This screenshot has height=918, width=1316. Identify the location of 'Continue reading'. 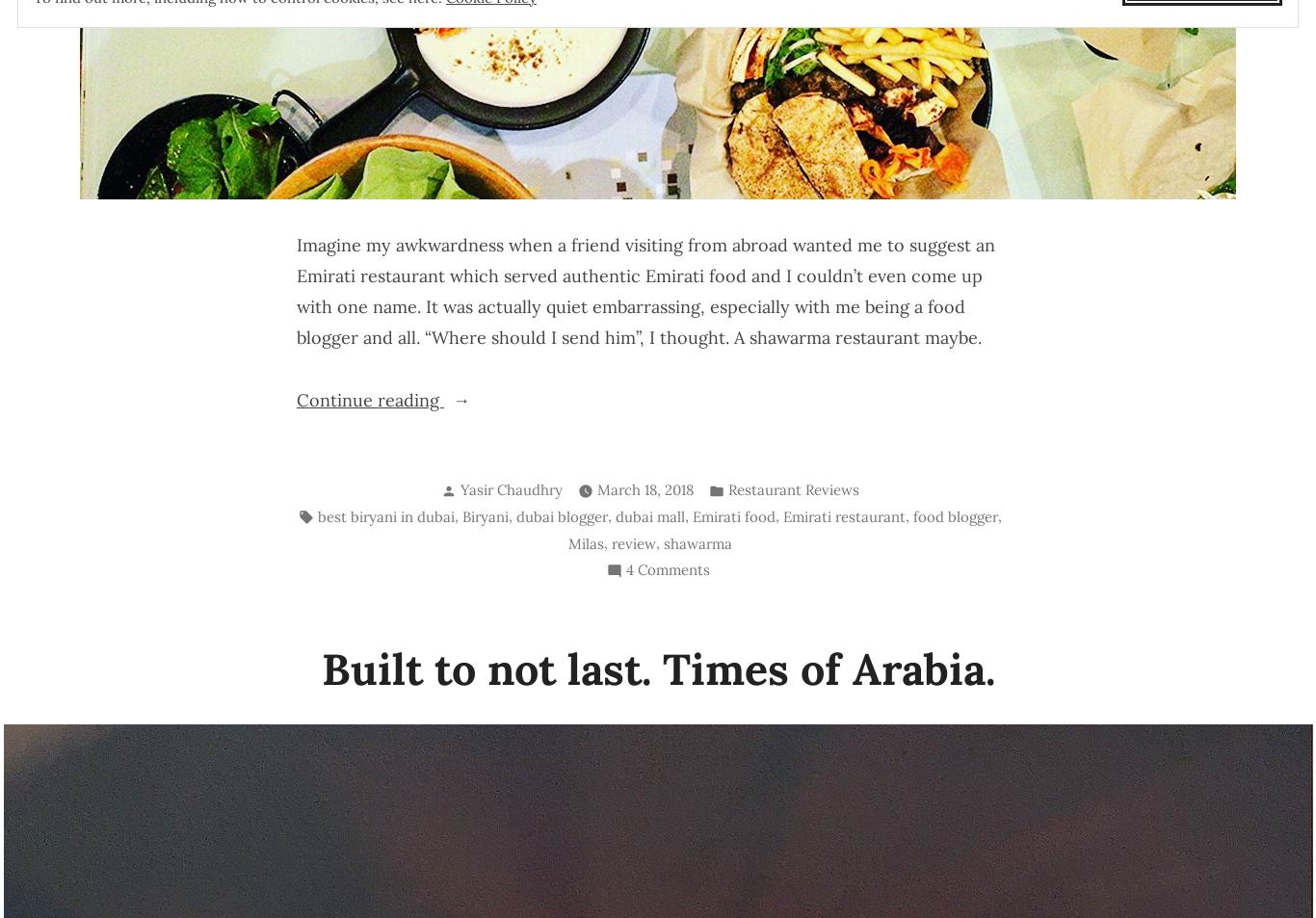
(369, 398).